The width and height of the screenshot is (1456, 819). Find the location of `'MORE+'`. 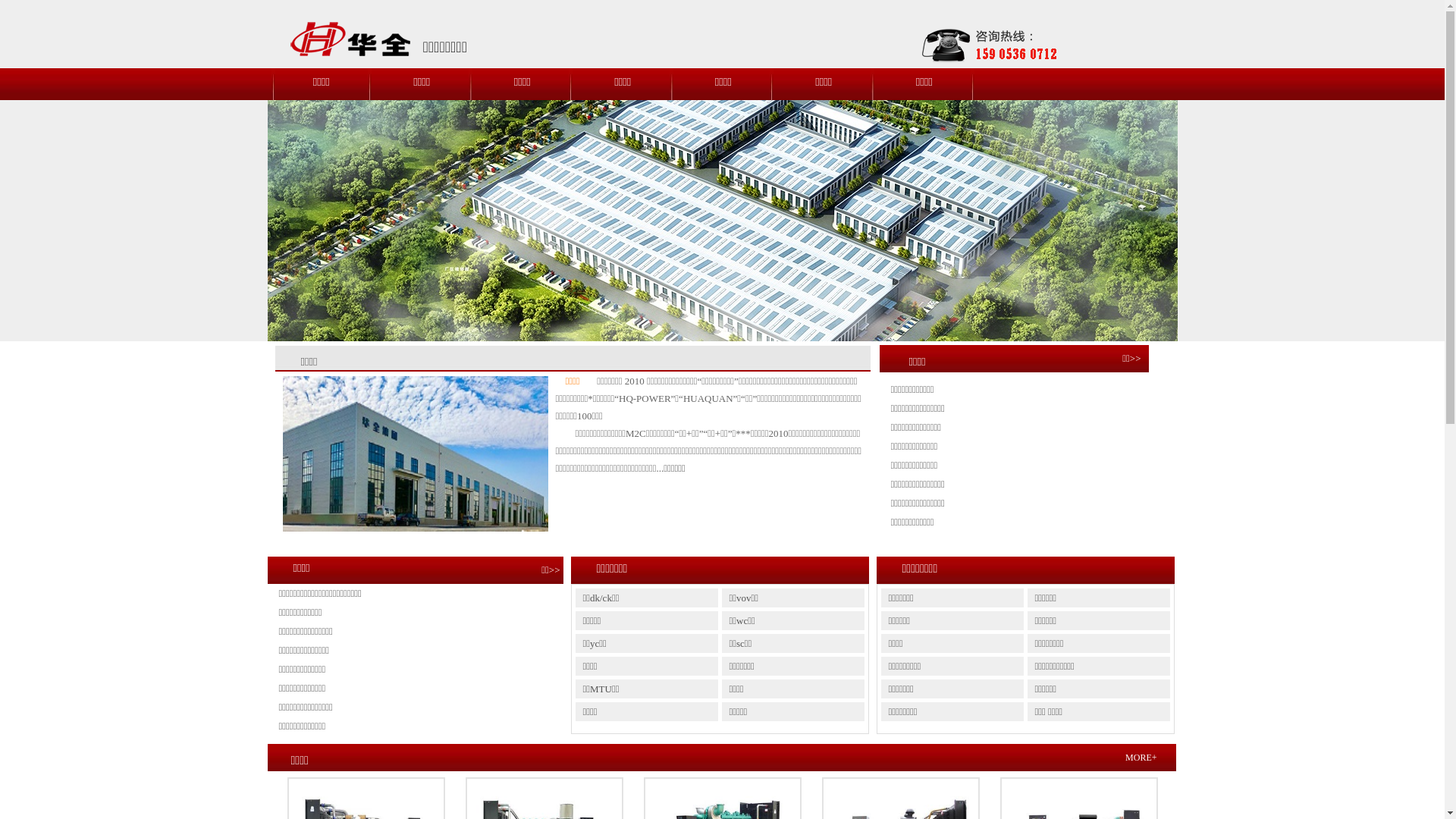

'MORE+' is located at coordinates (1141, 758).